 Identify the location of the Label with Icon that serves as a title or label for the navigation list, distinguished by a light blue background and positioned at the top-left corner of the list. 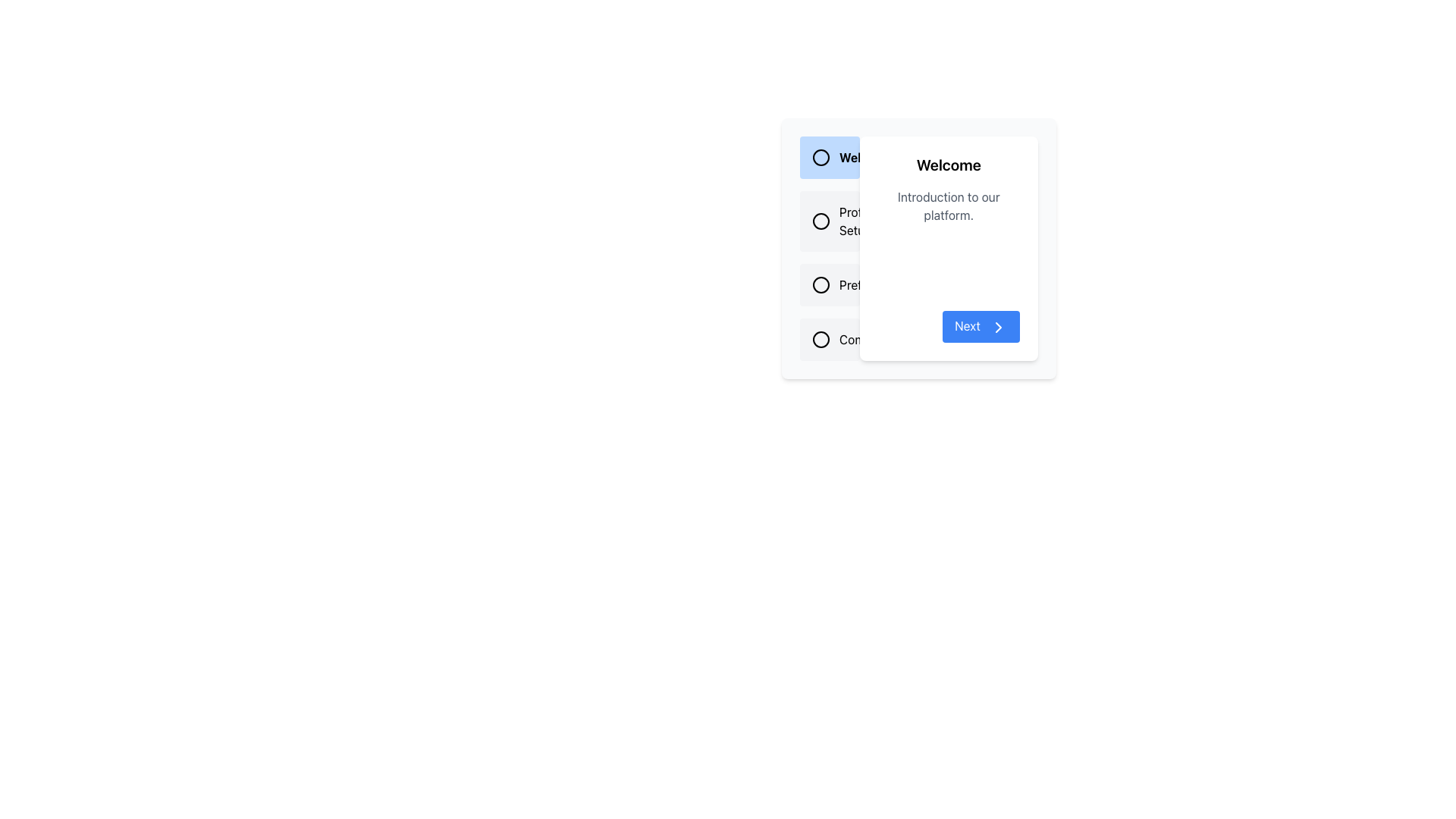
(829, 158).